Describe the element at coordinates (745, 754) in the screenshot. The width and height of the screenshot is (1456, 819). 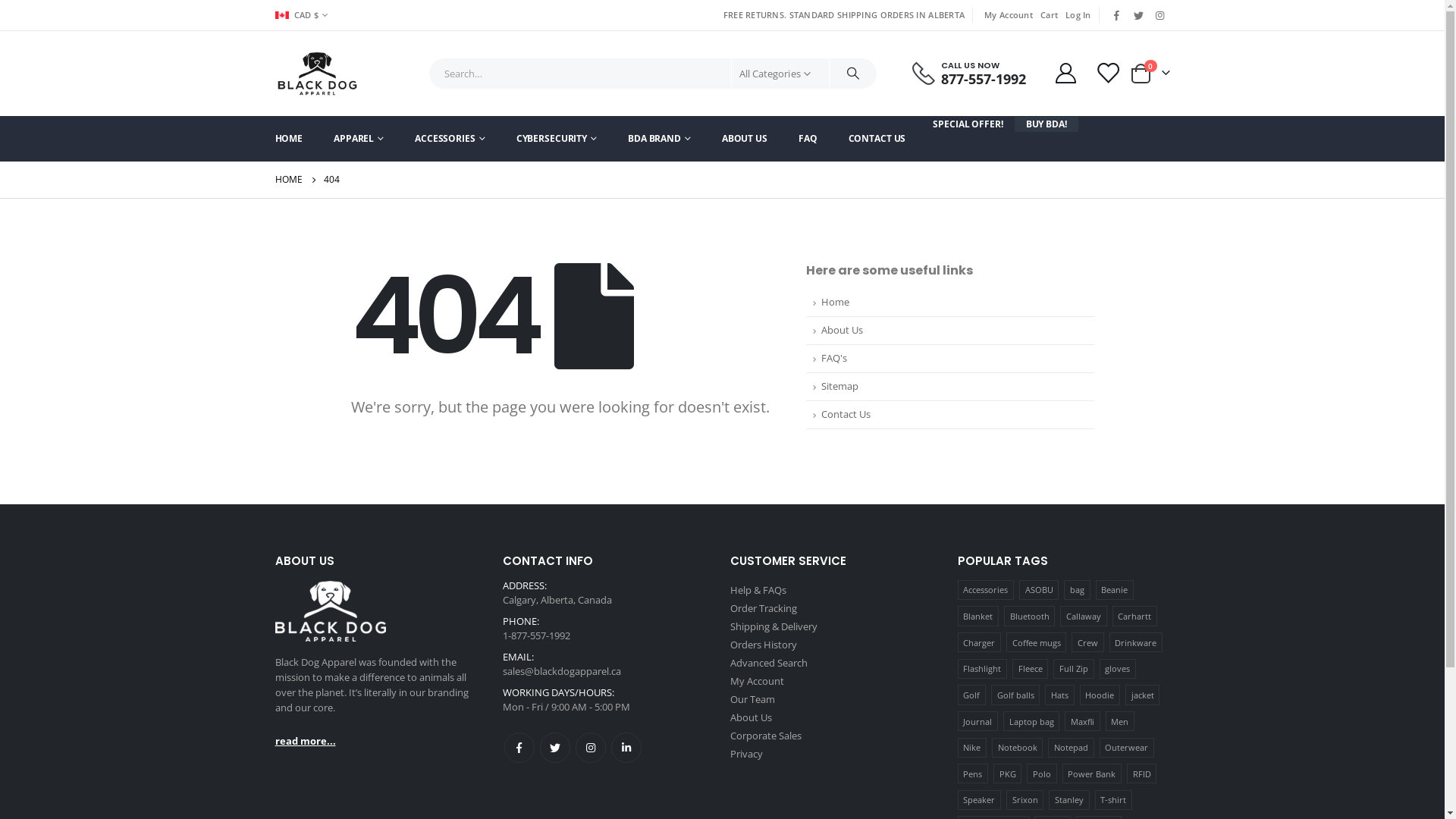
I see `'Privacy'` at that location.